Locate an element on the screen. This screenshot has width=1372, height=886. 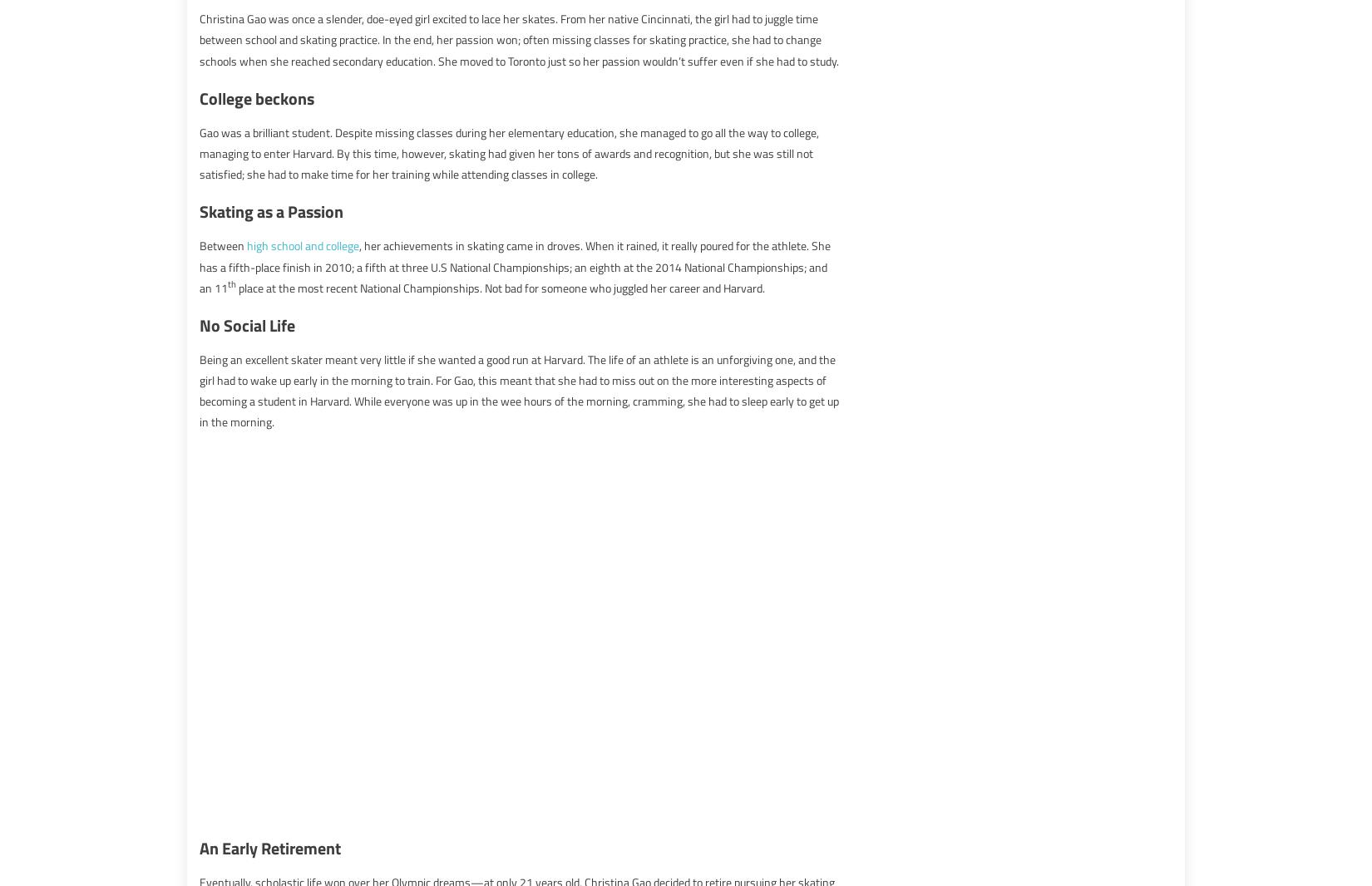
'Gao was a brilliant student. Despite missing classes during her elementary education, she managed to go all the way to college, managing to enter Harvard. By this time, however, skating had given her tons of awards and recognition, but she was still not satisfied; she had to make time for her training while attending classes in college.' is located at coordinates (508, 151).